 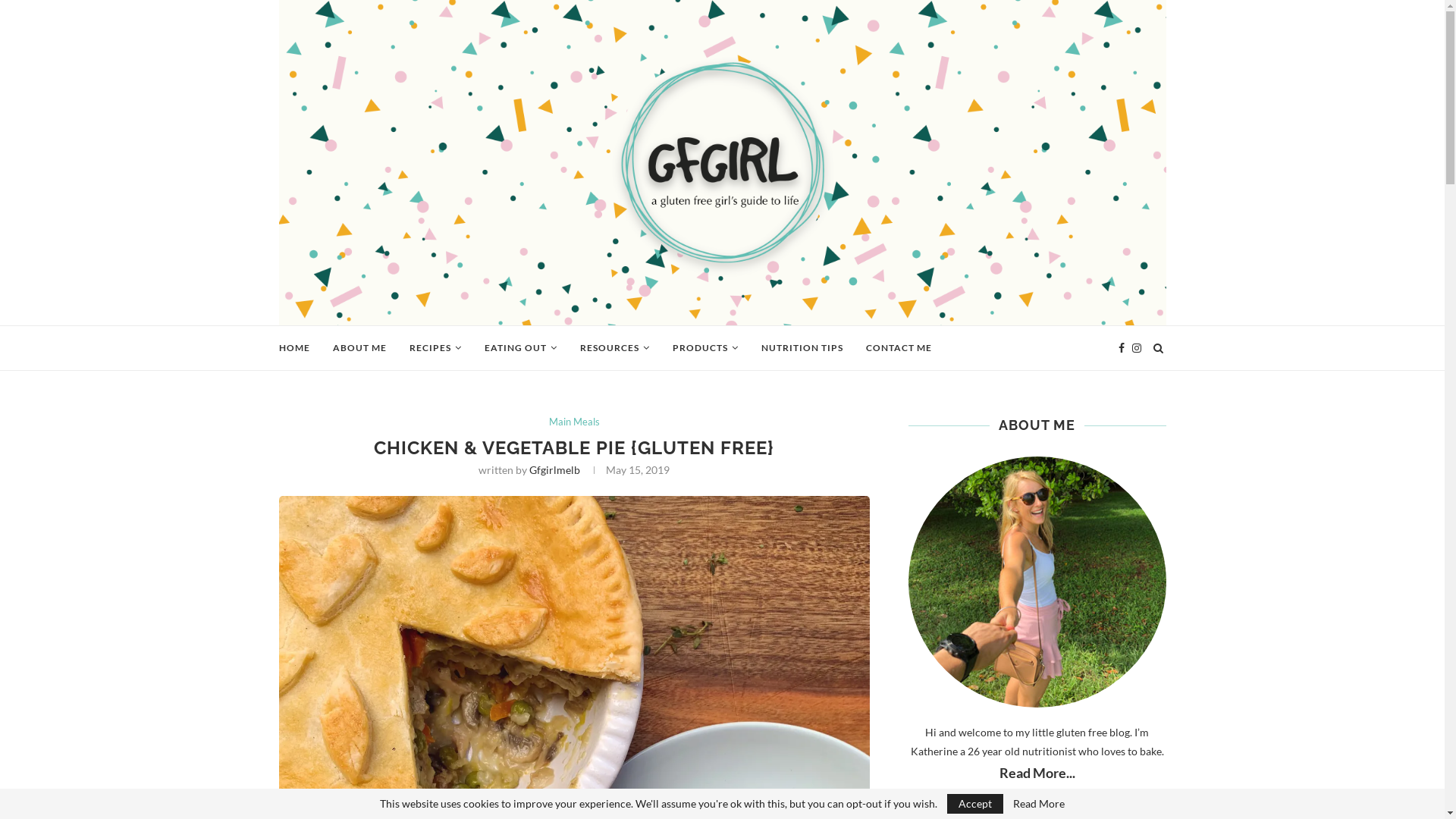 I want to click on 'CONTACT ME', so click(x=899, y=348).